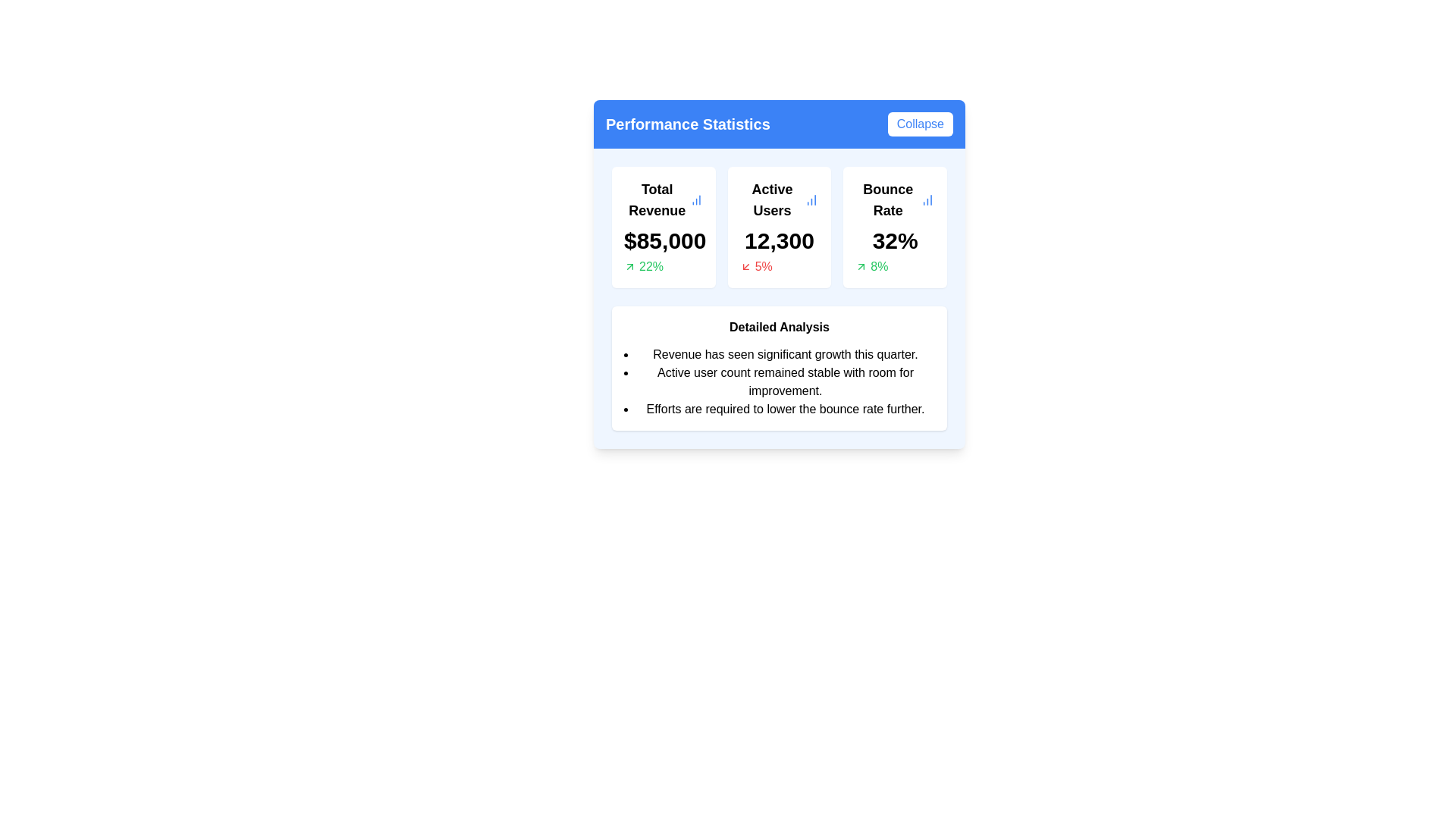 This screenshot has width=1456, height=819. What do you see at coordinates (786, 381) in the screenshot?
I see `the second item in the bulleted list located in the 'Detailed Analysis' section of the performance statistics card, which communicates potential improvements in user counts` at bounding box center [786, 381].